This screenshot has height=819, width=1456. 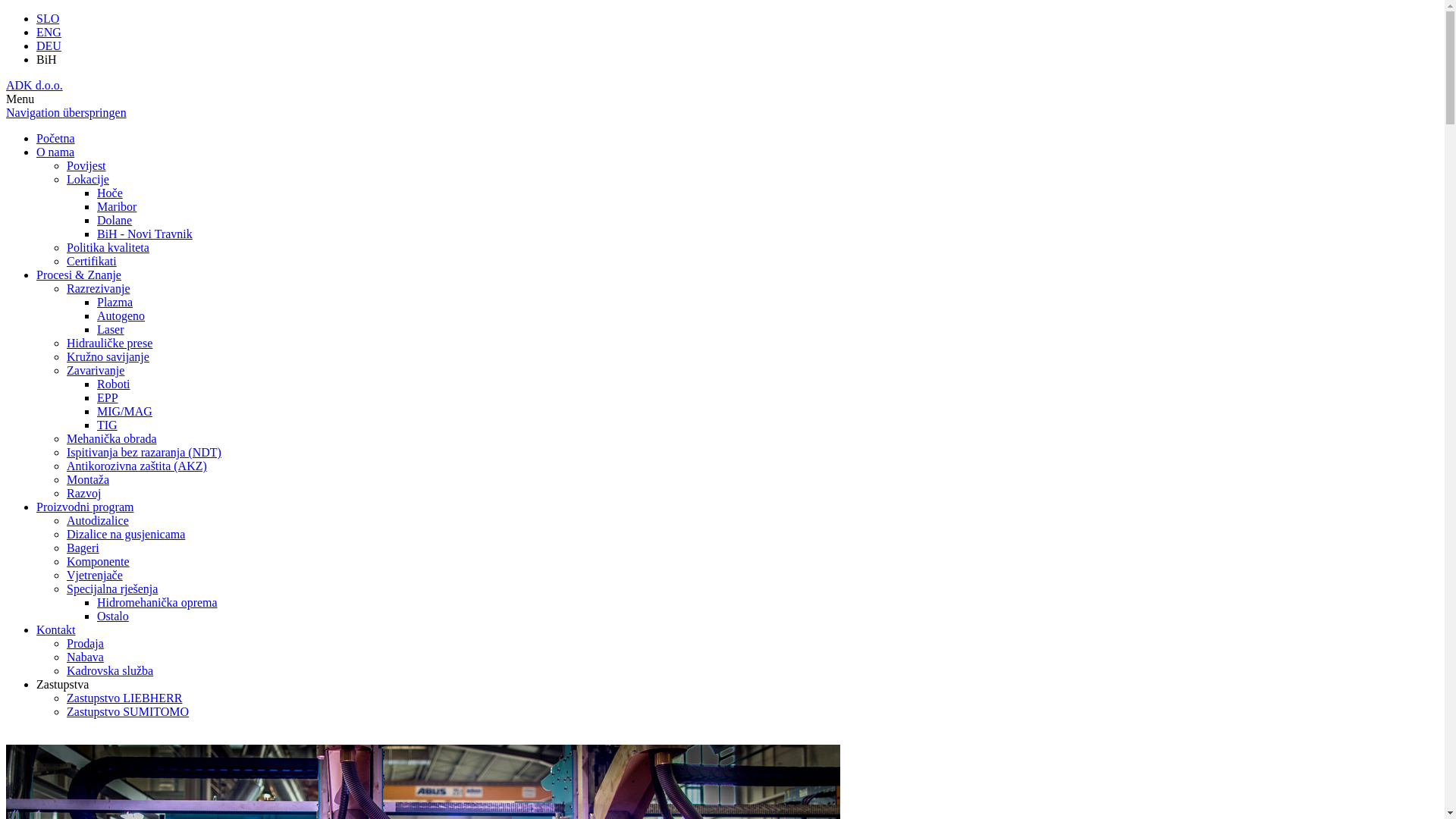 What do you see at coordinates (107, 246) in the screenshot?
I see `'Politika kvaliteta'` at bounding box center [107, 246].